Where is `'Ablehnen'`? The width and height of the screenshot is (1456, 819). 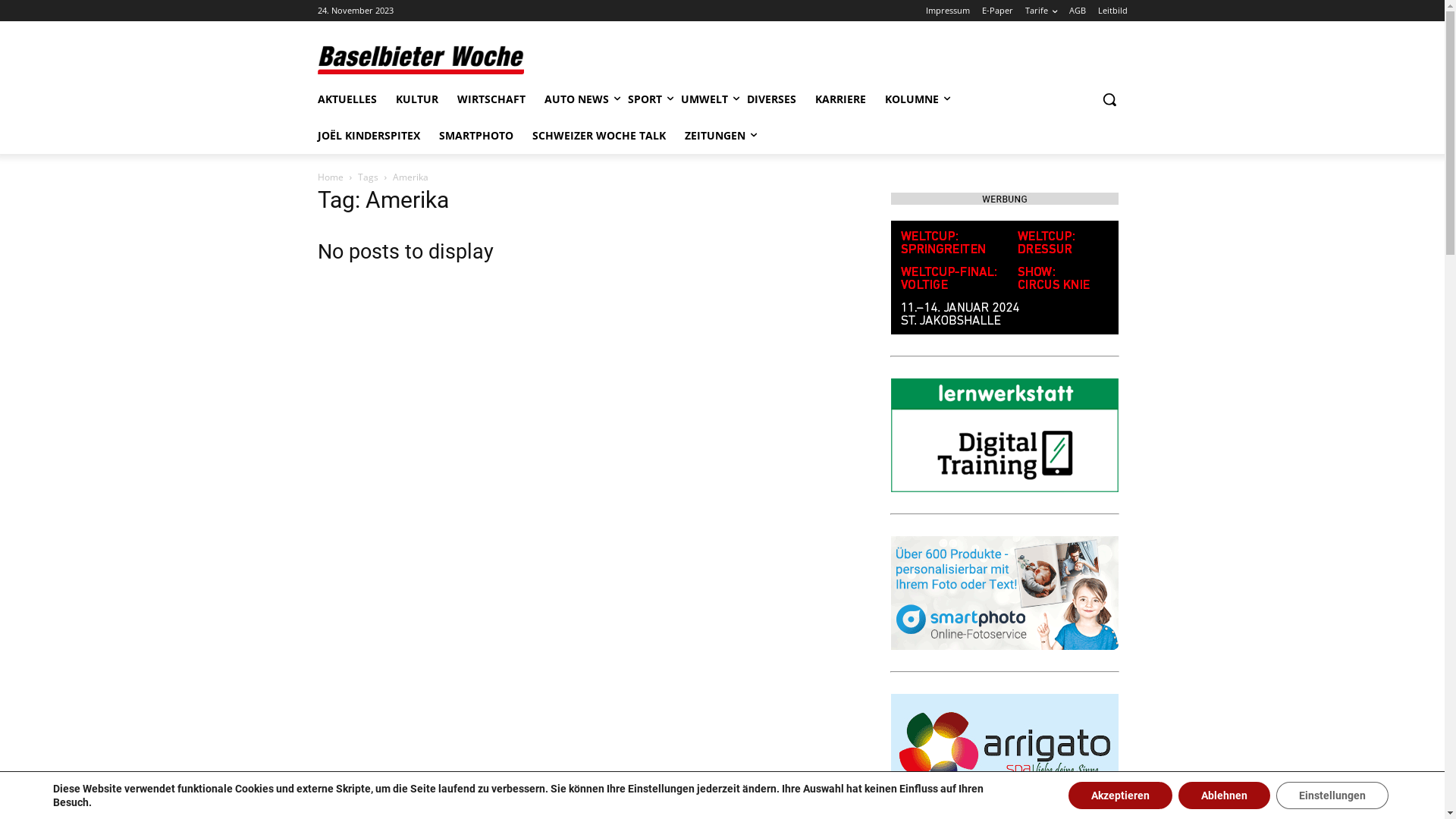 'Ablehnen' is located at coordinates (1178, 795).